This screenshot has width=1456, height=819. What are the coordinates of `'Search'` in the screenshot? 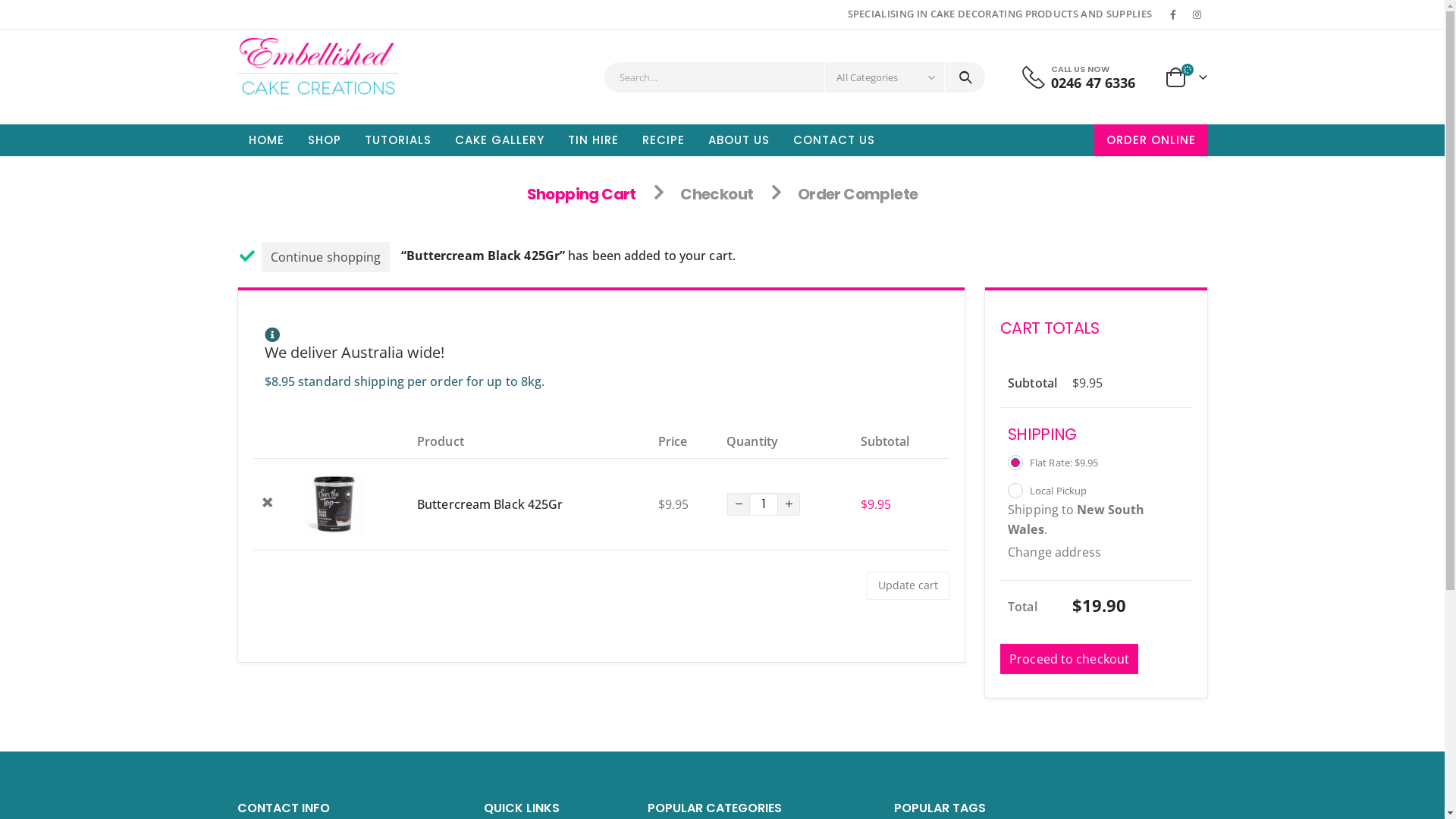 It's located at (964, 77).